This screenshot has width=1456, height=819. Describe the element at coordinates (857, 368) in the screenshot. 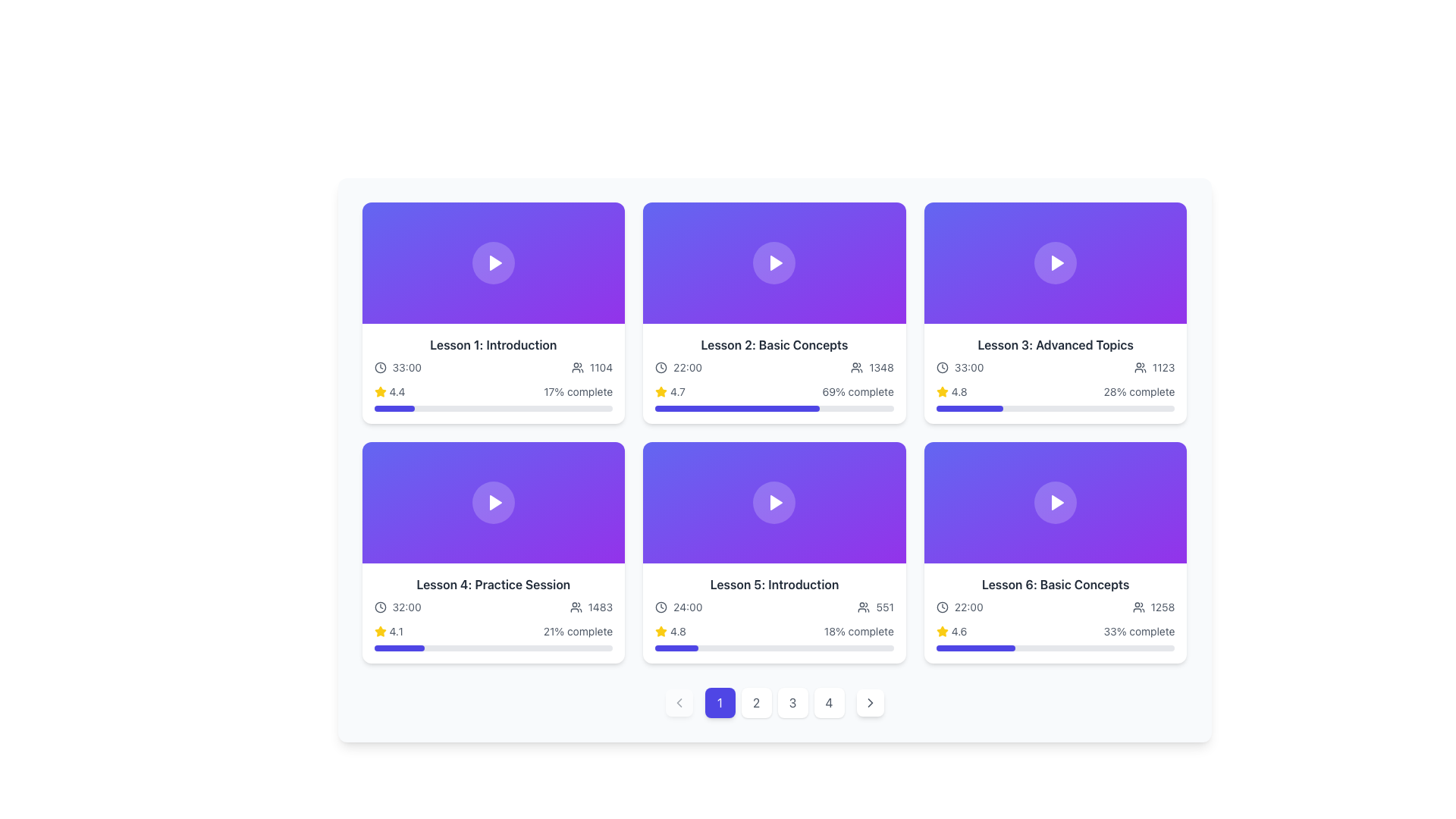

I see `the SVG-based decorative icon that represents a group of people, which indicates the number of users associated with 'Lesson 2: Basic Concepts.'` at that location.